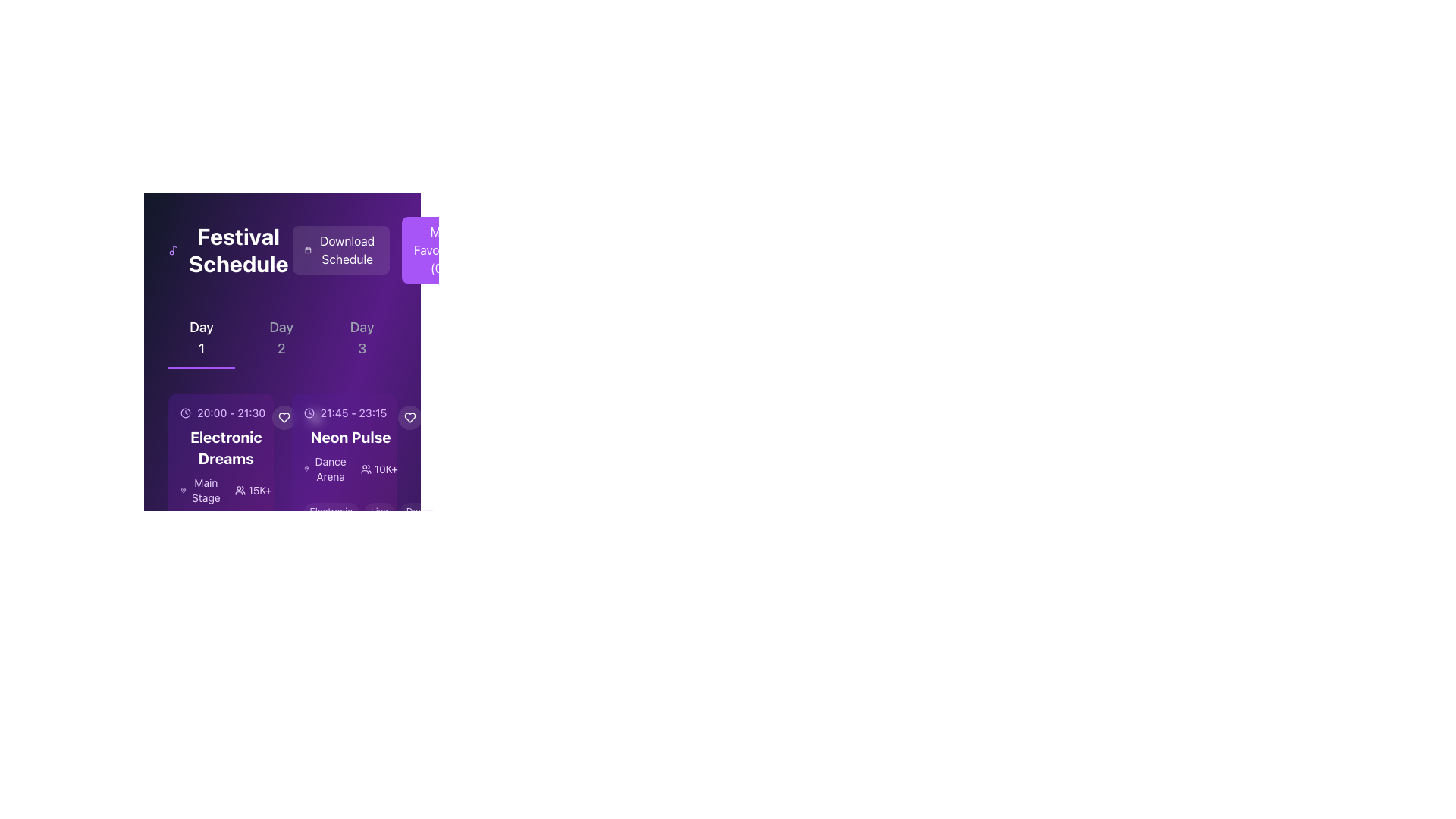 This screenshot has width=1456, height=819. I want to click on and comprehend the static text label displaying 'Electronic Dreams' located within the first event card, positioned below the time indicator and above the stage details, so click(225, 447).